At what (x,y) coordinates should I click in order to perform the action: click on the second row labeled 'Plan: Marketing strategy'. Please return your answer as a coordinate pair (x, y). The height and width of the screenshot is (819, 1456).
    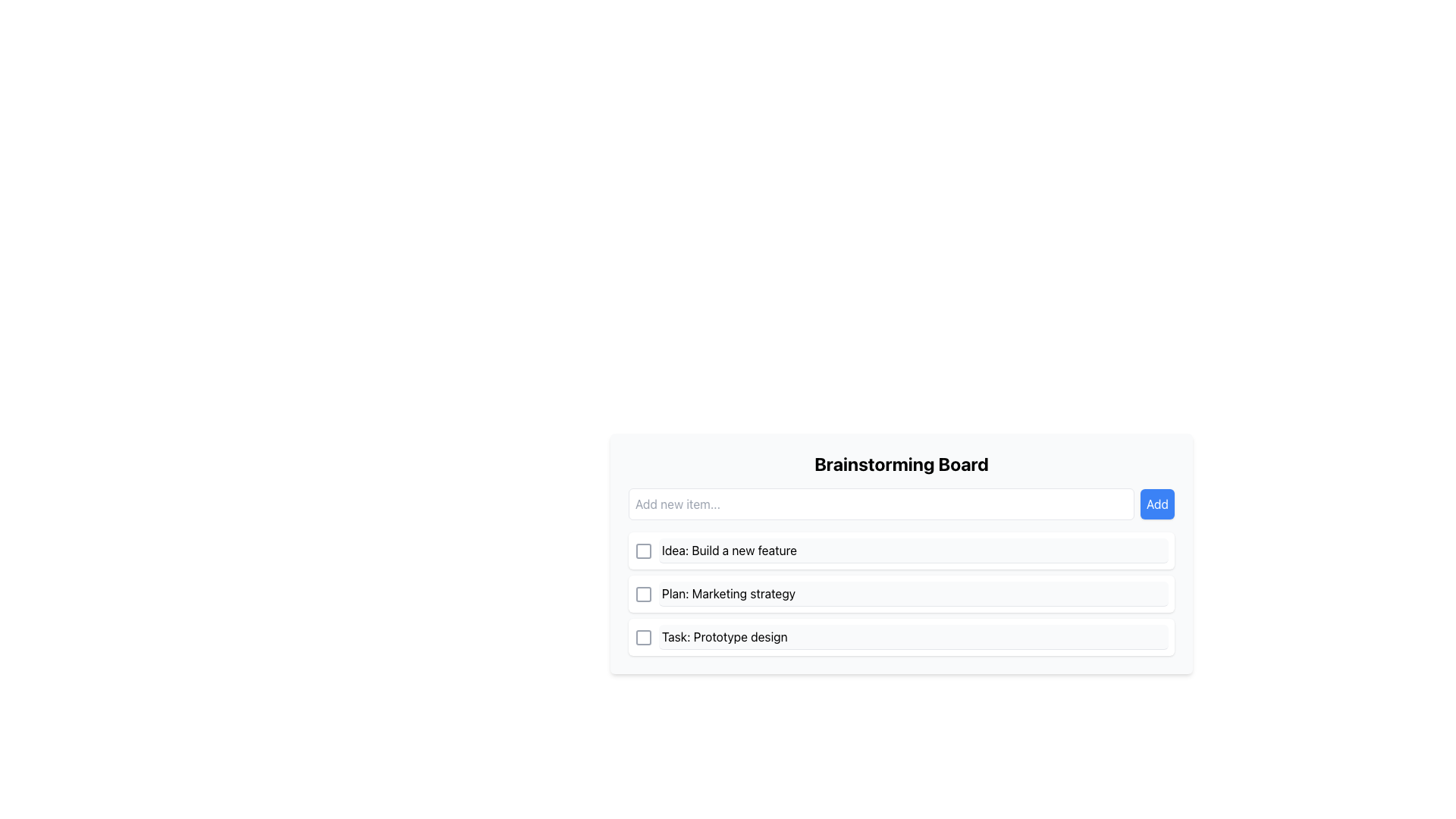
    Looking at the image, I should click on (902, 593).